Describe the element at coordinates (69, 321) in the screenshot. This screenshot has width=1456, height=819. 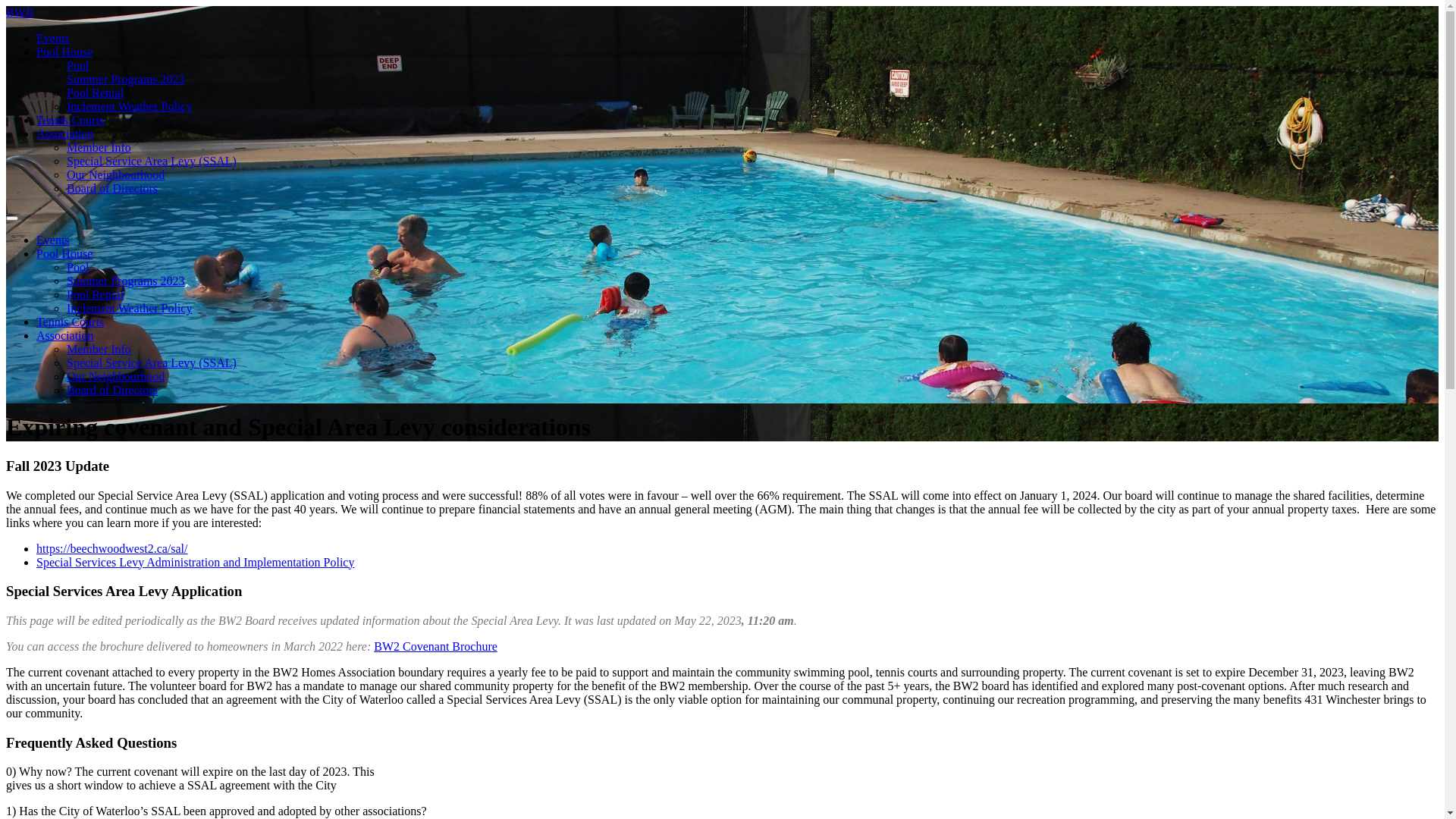
I see `'Tennis Courts'` at that location.